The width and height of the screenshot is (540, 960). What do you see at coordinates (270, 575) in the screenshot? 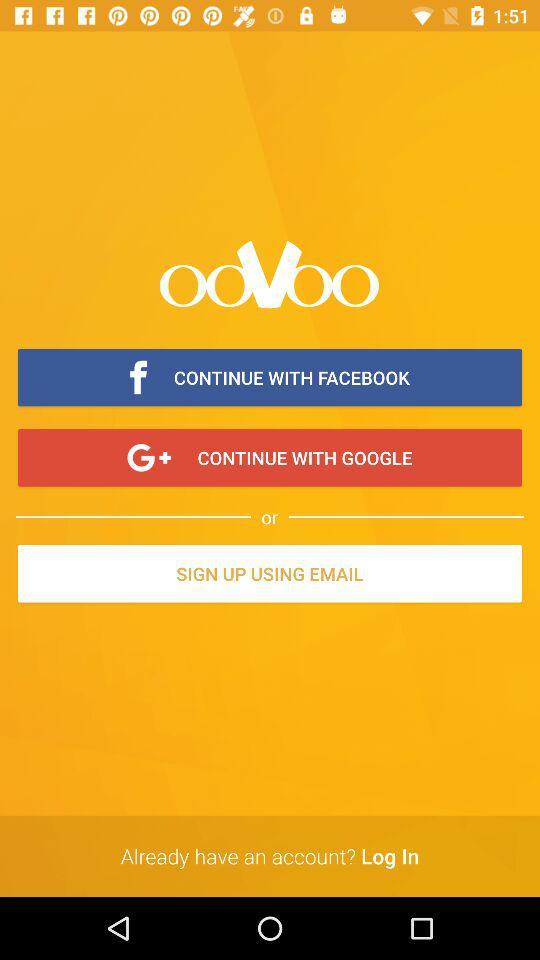
I see `the icon above already have an item` at bounding box center [270, 575].